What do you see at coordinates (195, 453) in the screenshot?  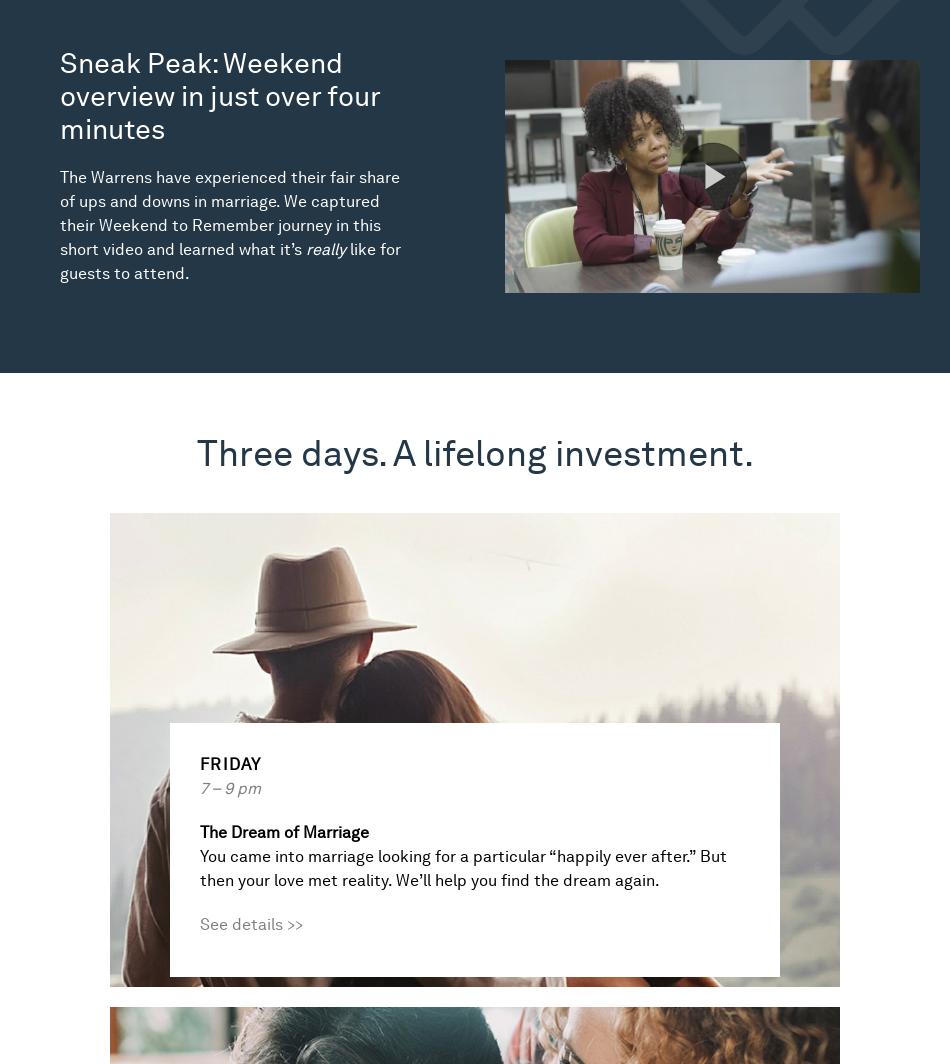 I see `'Three days. A lifelong investment.'` at bounding box center [195, 453].